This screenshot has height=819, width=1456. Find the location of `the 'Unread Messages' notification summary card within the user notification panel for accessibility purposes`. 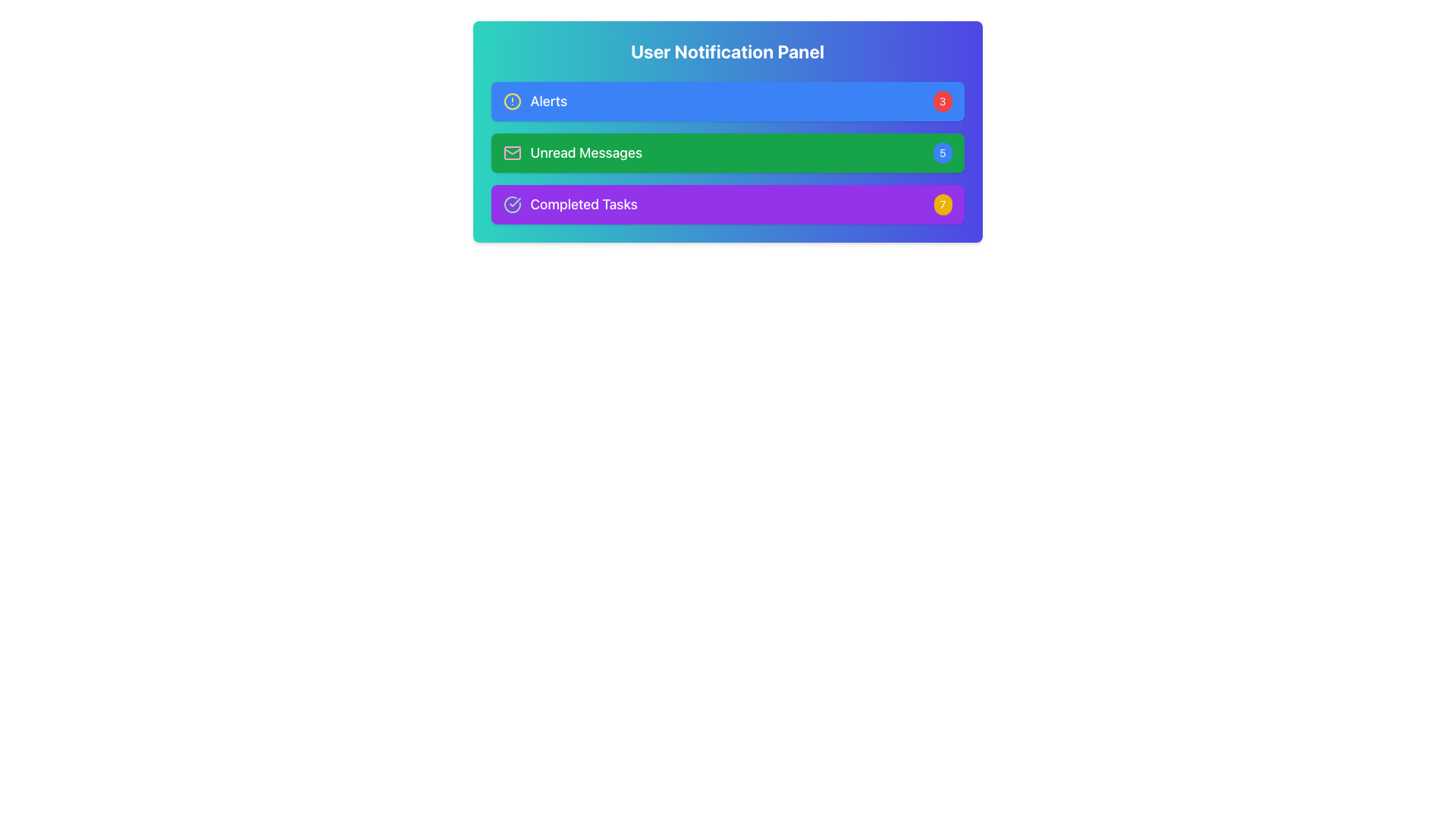

the 'Unread Messages' notification summary card within the user notification panel for accessibility purposes is located at coordinates (726, 152).